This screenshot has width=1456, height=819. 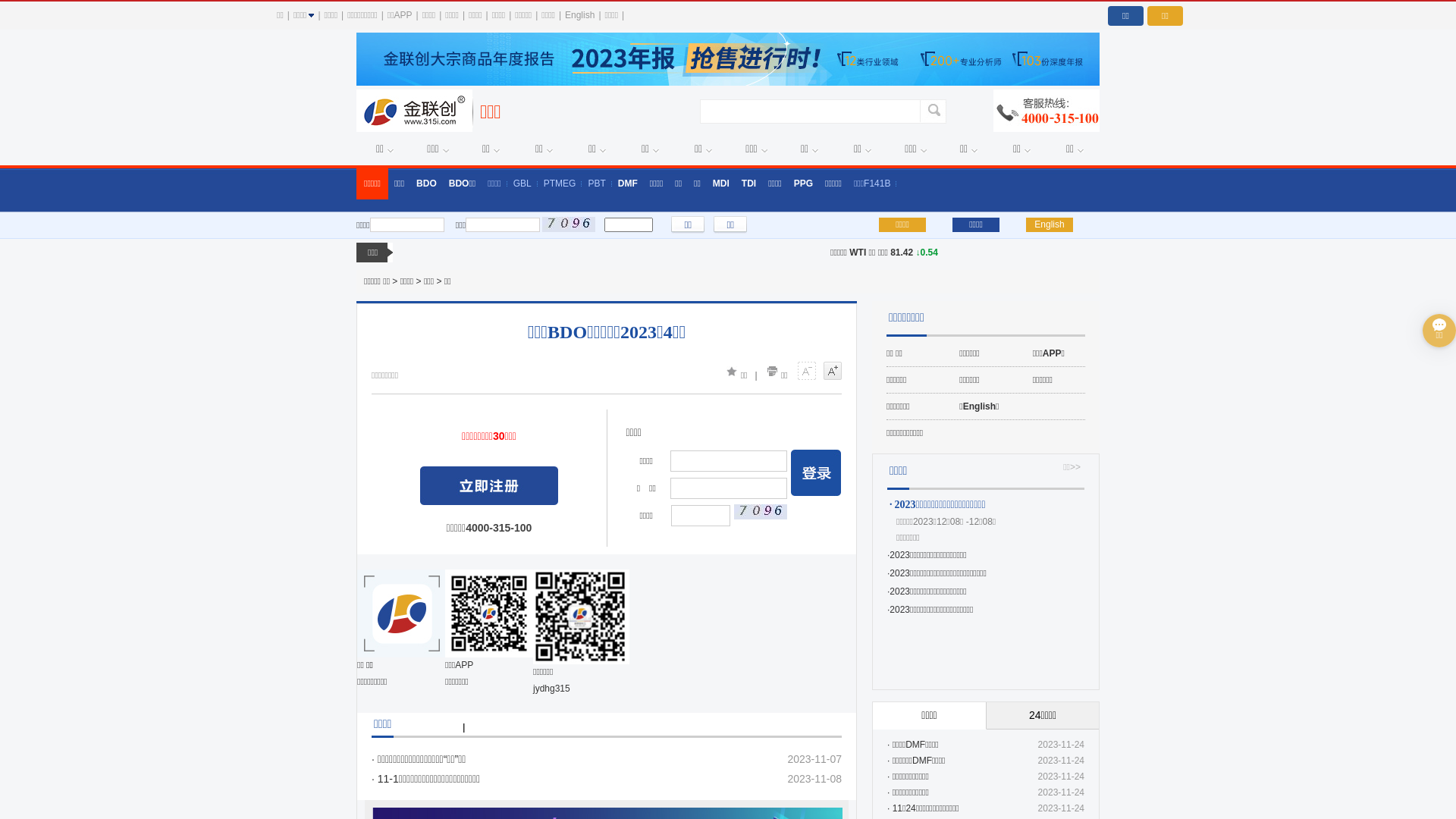 I want to click on 'English', so click(x=1026, y=224).